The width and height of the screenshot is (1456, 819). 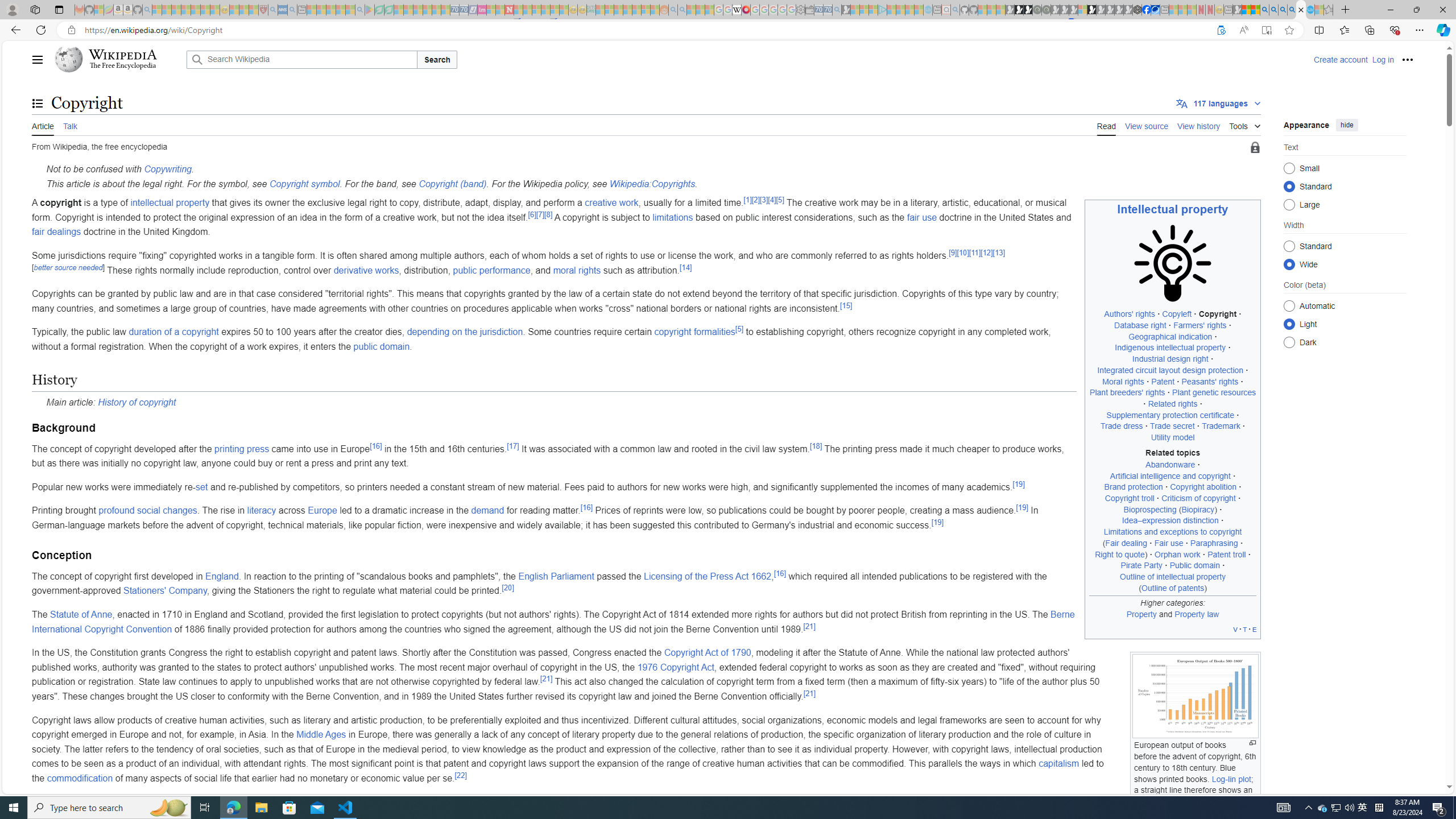 What do you see at coordinates (322, 510) in the screenshot?
I see `'Europe'` at bounding box center [322, 510].